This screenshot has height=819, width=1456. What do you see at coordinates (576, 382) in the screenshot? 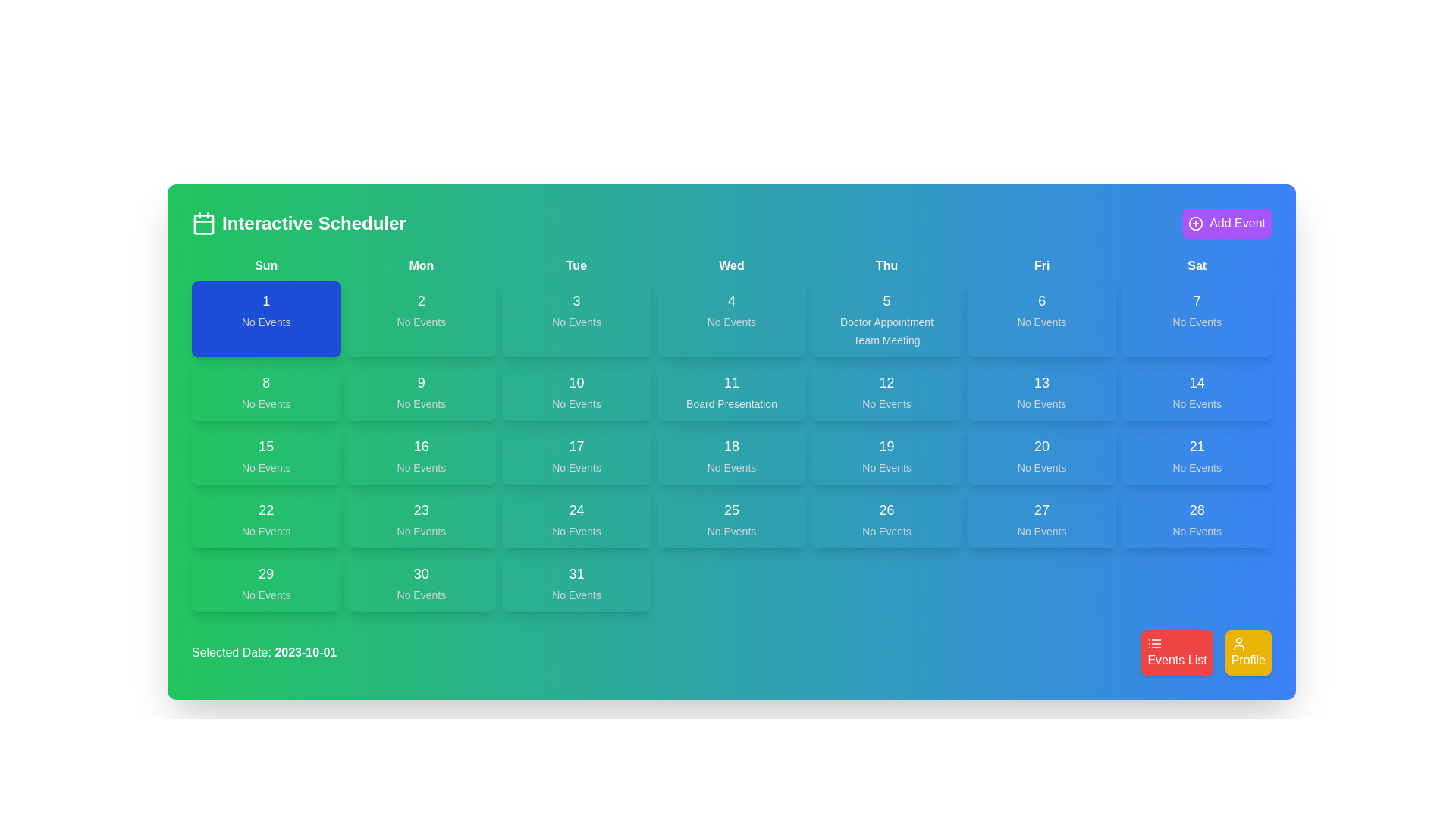
I see `the text label displaying the number '10' in the interactive calendar interface, which is part of a button-like component` at bounding box center [576, 382].